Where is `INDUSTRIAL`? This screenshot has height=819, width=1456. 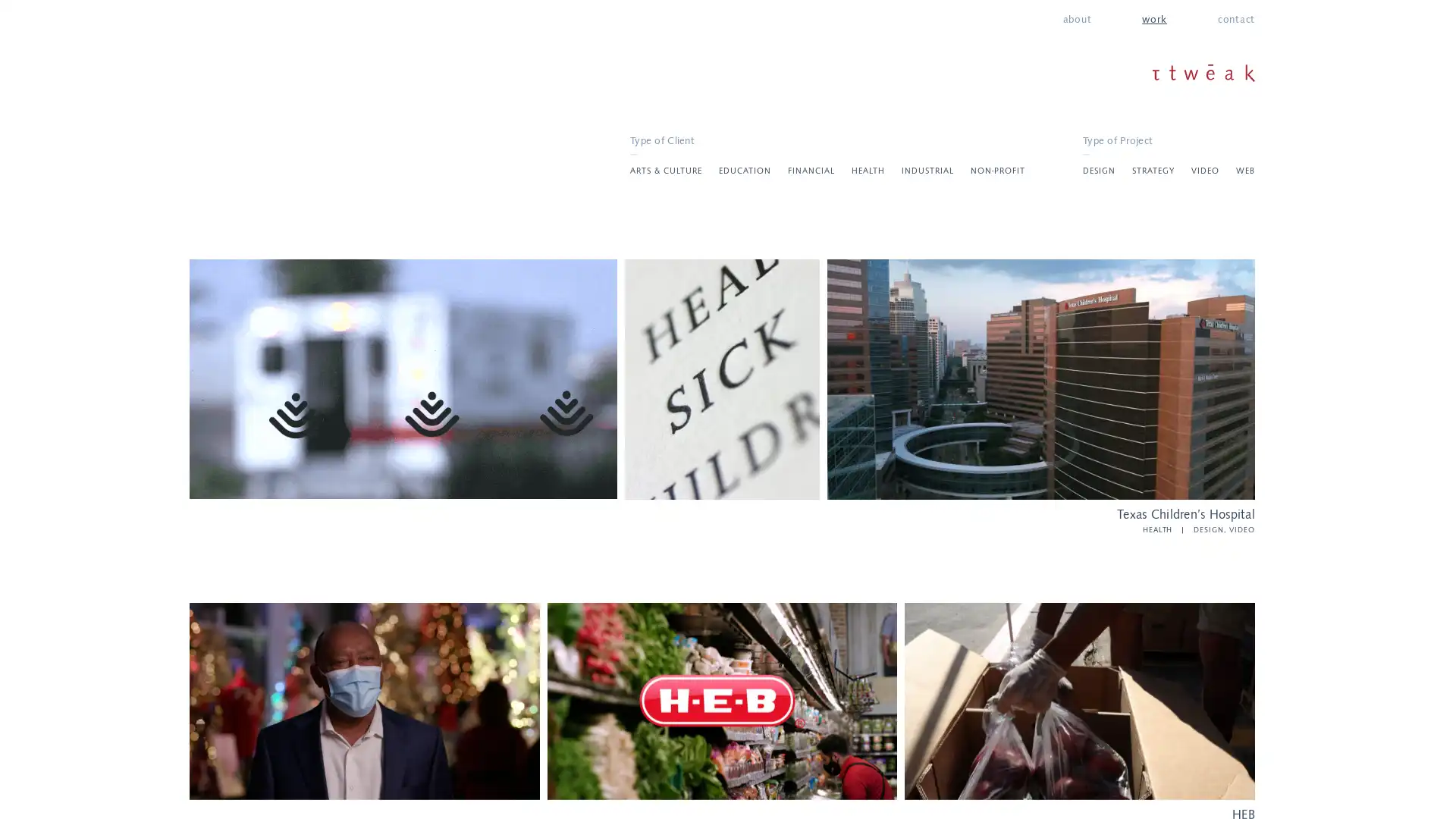
INDUSTRIAL is located at coordinates (927, 171).